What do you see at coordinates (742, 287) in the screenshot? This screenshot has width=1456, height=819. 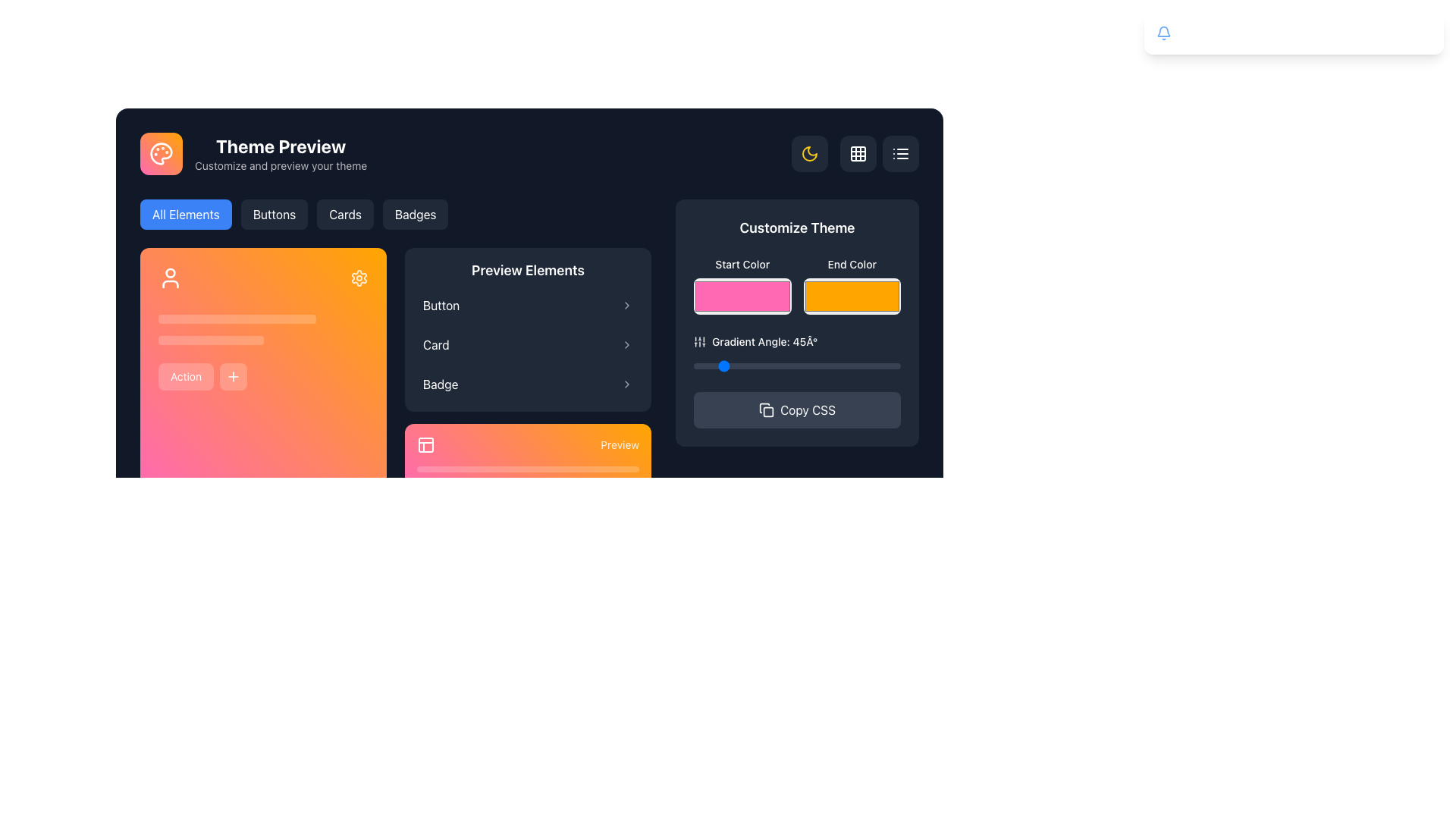 I see `the Color Picker element in the 'Customize Theme' panel` at bounding box center [742, 287].